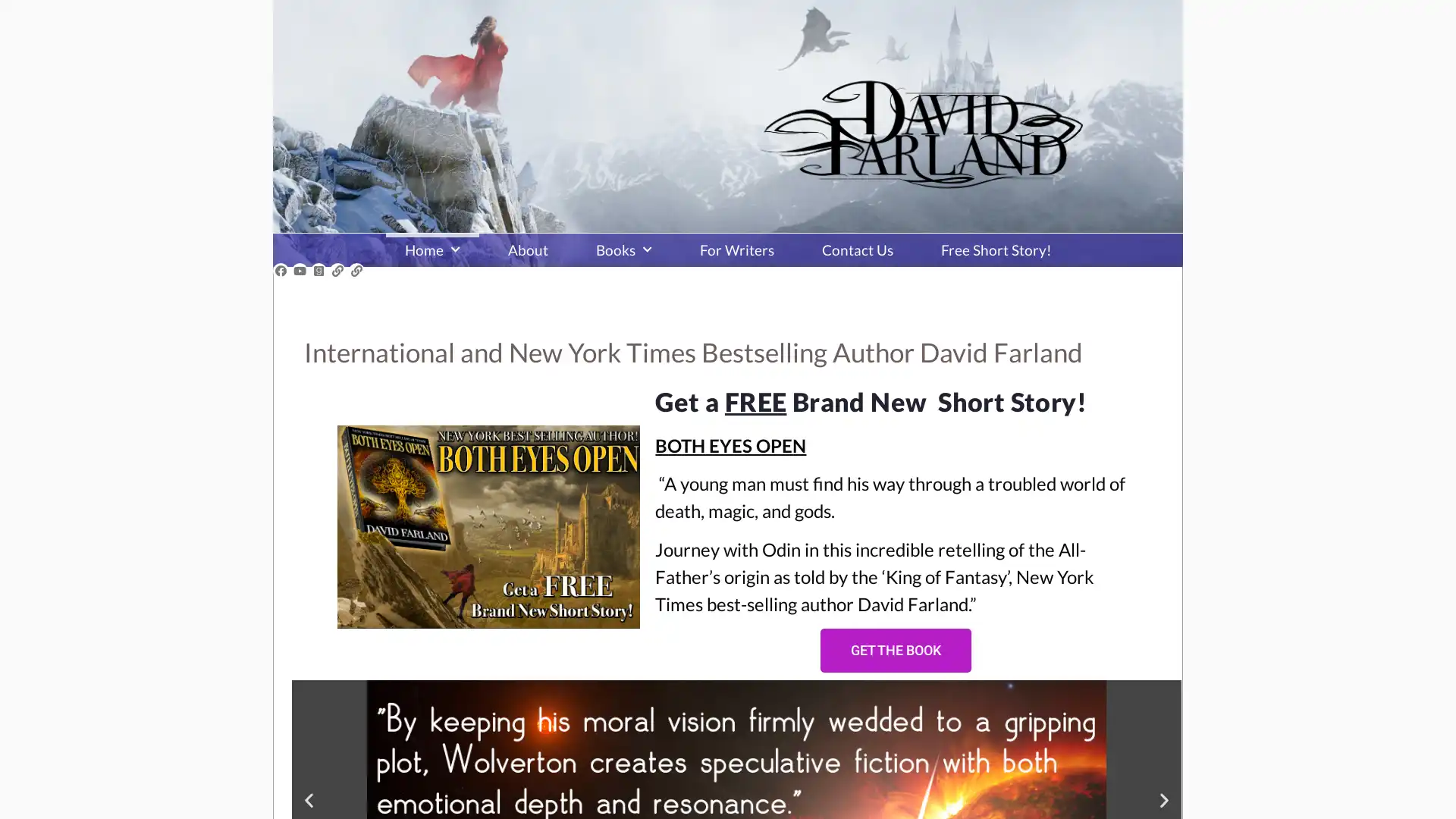  I want to click on Previous slide, so click(308, 799).